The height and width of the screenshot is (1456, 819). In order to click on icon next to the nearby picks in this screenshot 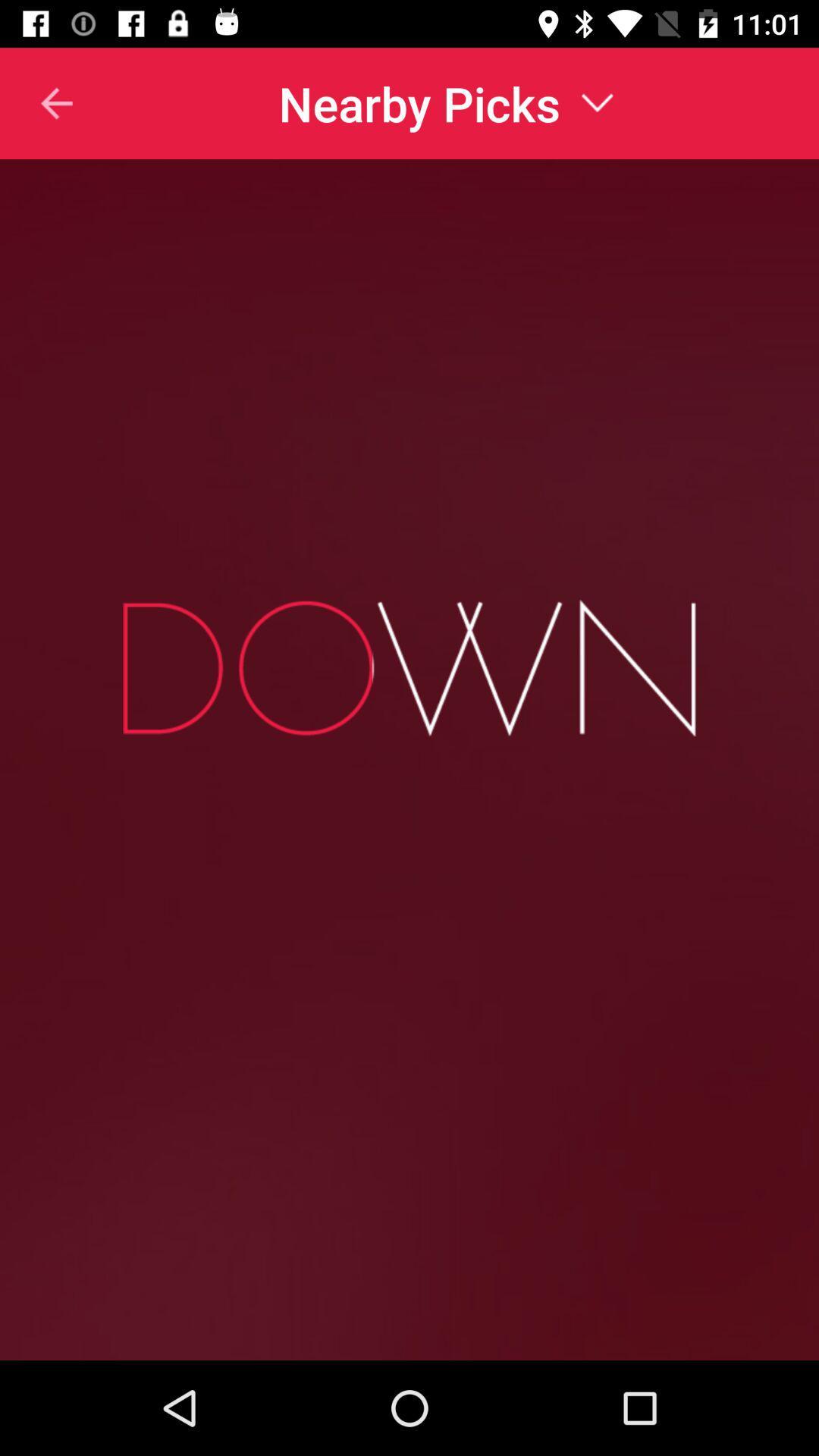, I will do `click(36, 102)`.